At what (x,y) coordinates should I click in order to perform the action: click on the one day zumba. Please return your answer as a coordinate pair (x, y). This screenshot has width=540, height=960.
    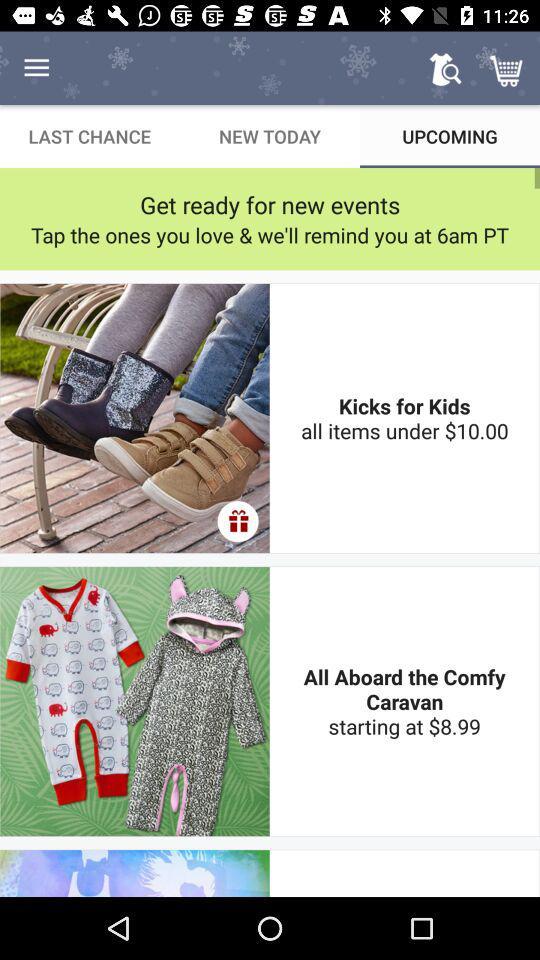
    Looking at the image, I should click on (404, 872).